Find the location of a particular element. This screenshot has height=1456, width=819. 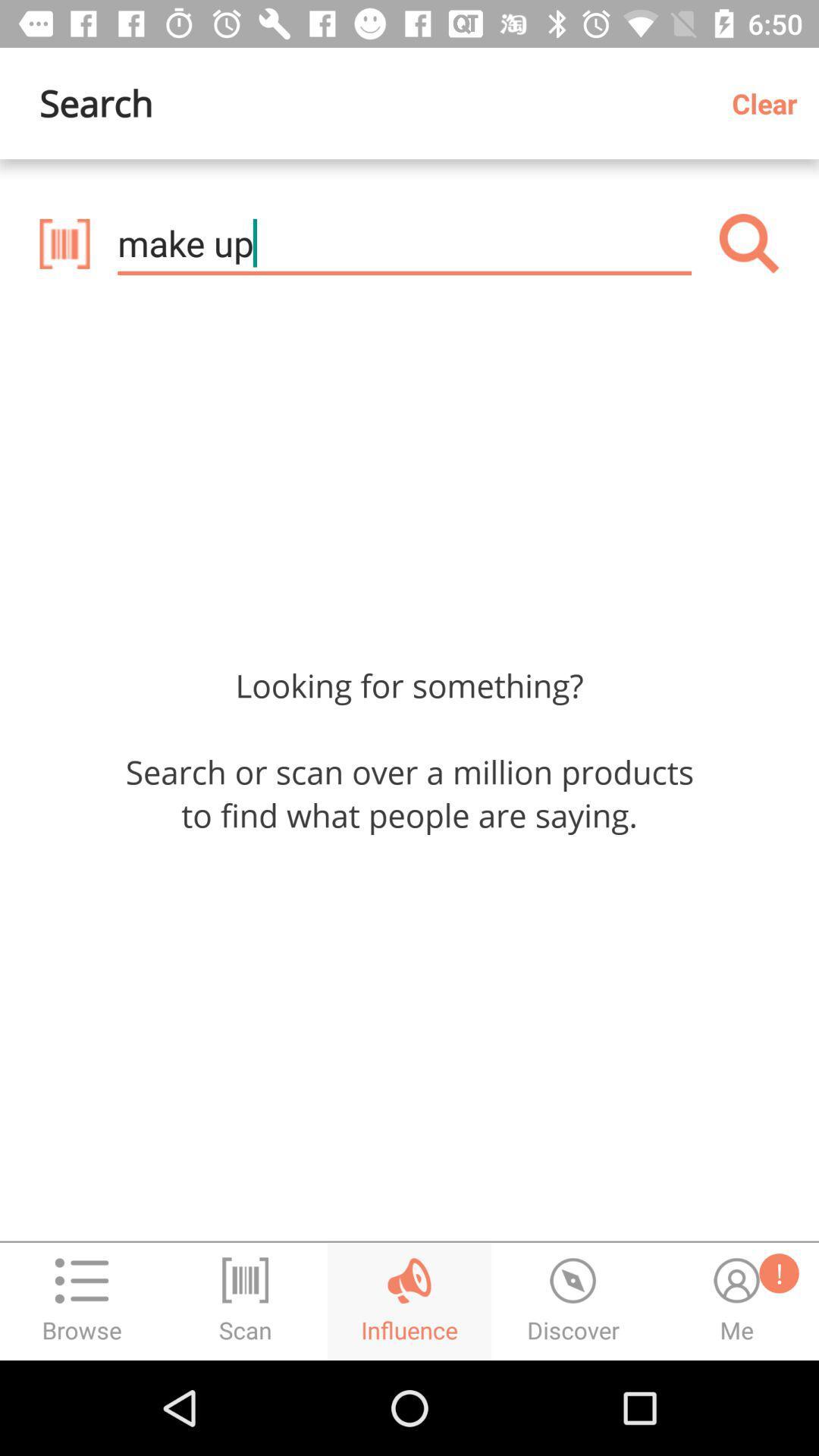

the item below clear icon is located at coordinates (748, 243).